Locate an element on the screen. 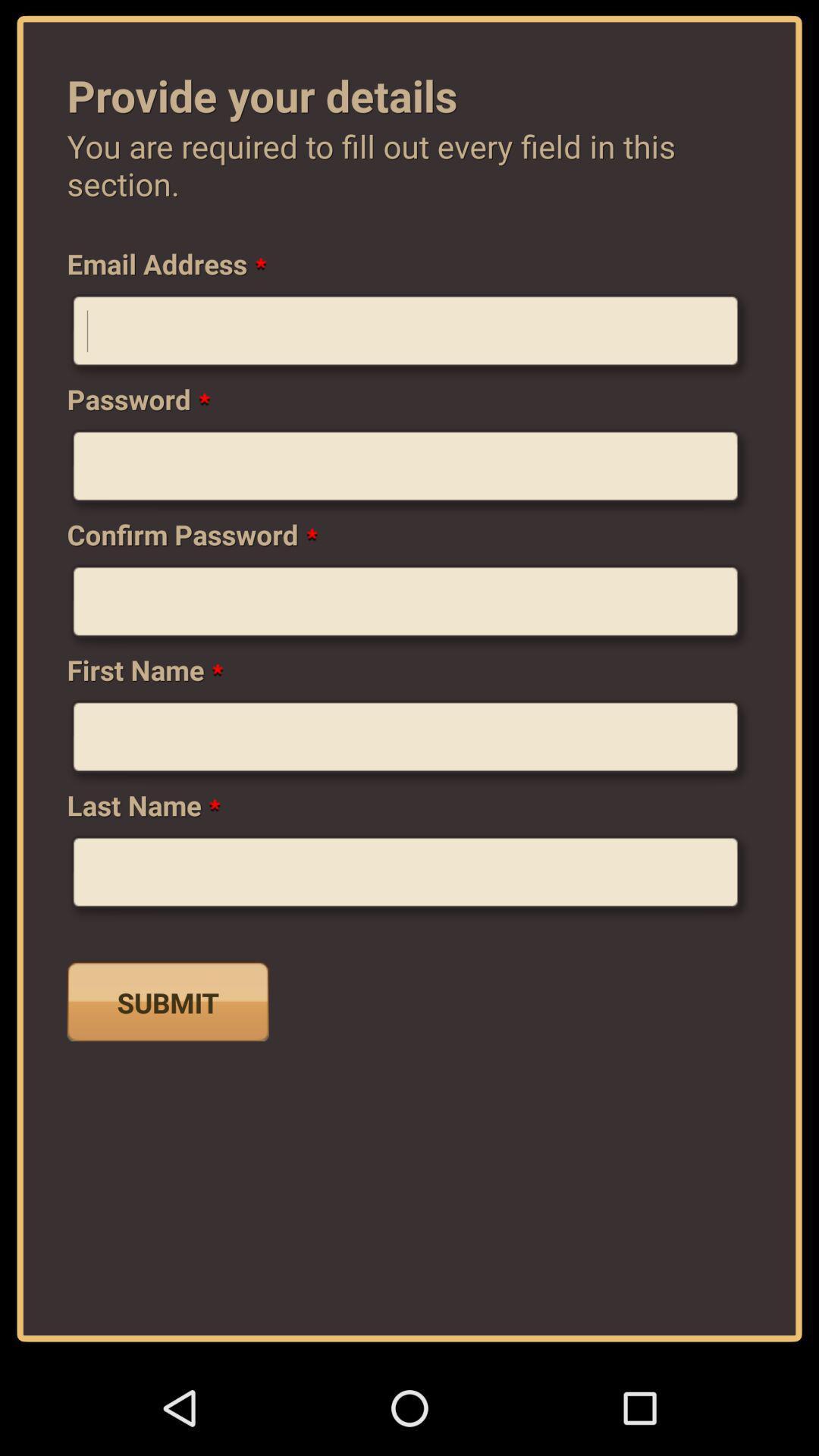  submit at the bottom left corner is located at coordinates (168, 1001).